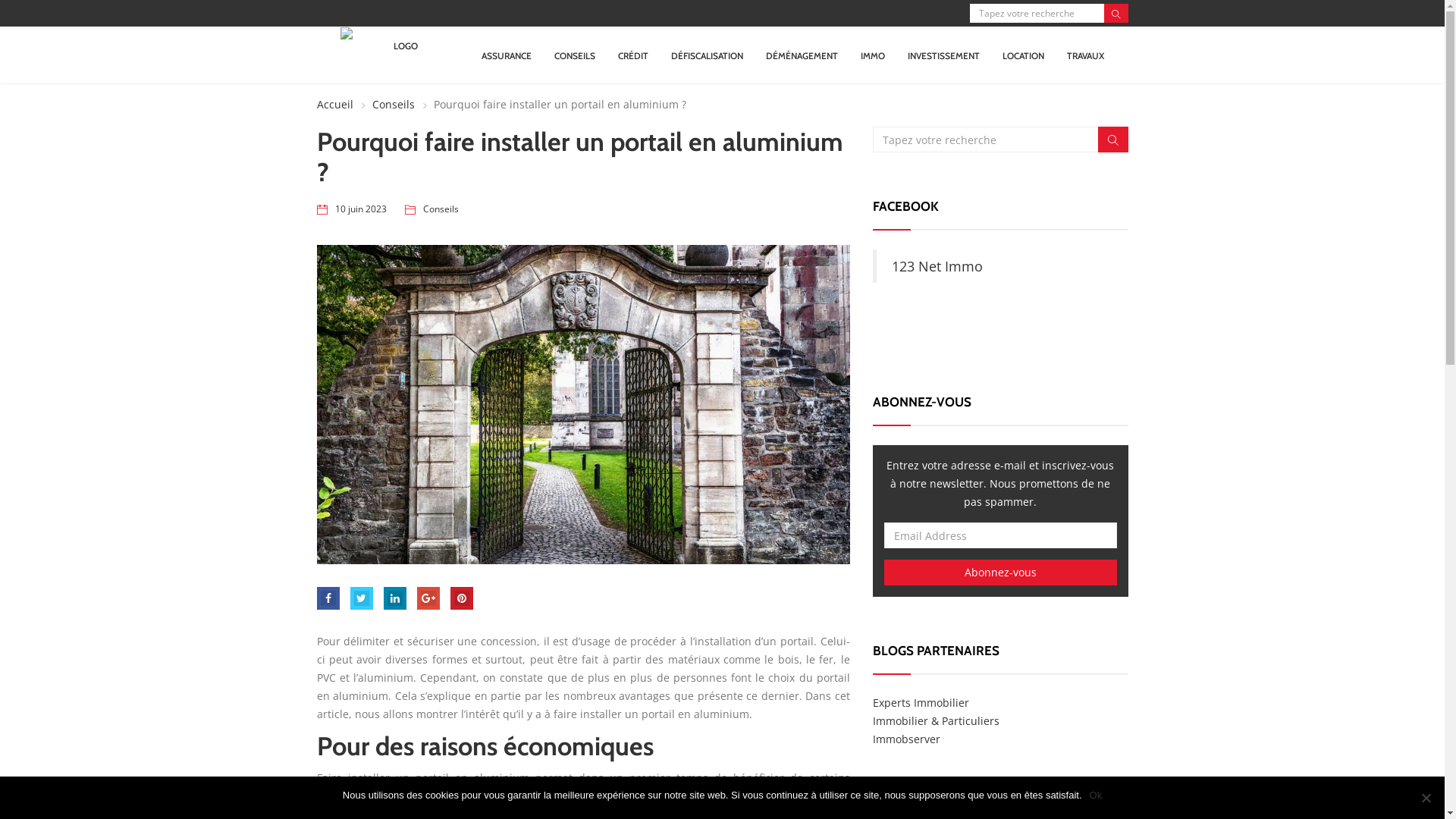 This screenshot has height=819, width=1456. I want to click on 'Conseils', so click(385, 104).